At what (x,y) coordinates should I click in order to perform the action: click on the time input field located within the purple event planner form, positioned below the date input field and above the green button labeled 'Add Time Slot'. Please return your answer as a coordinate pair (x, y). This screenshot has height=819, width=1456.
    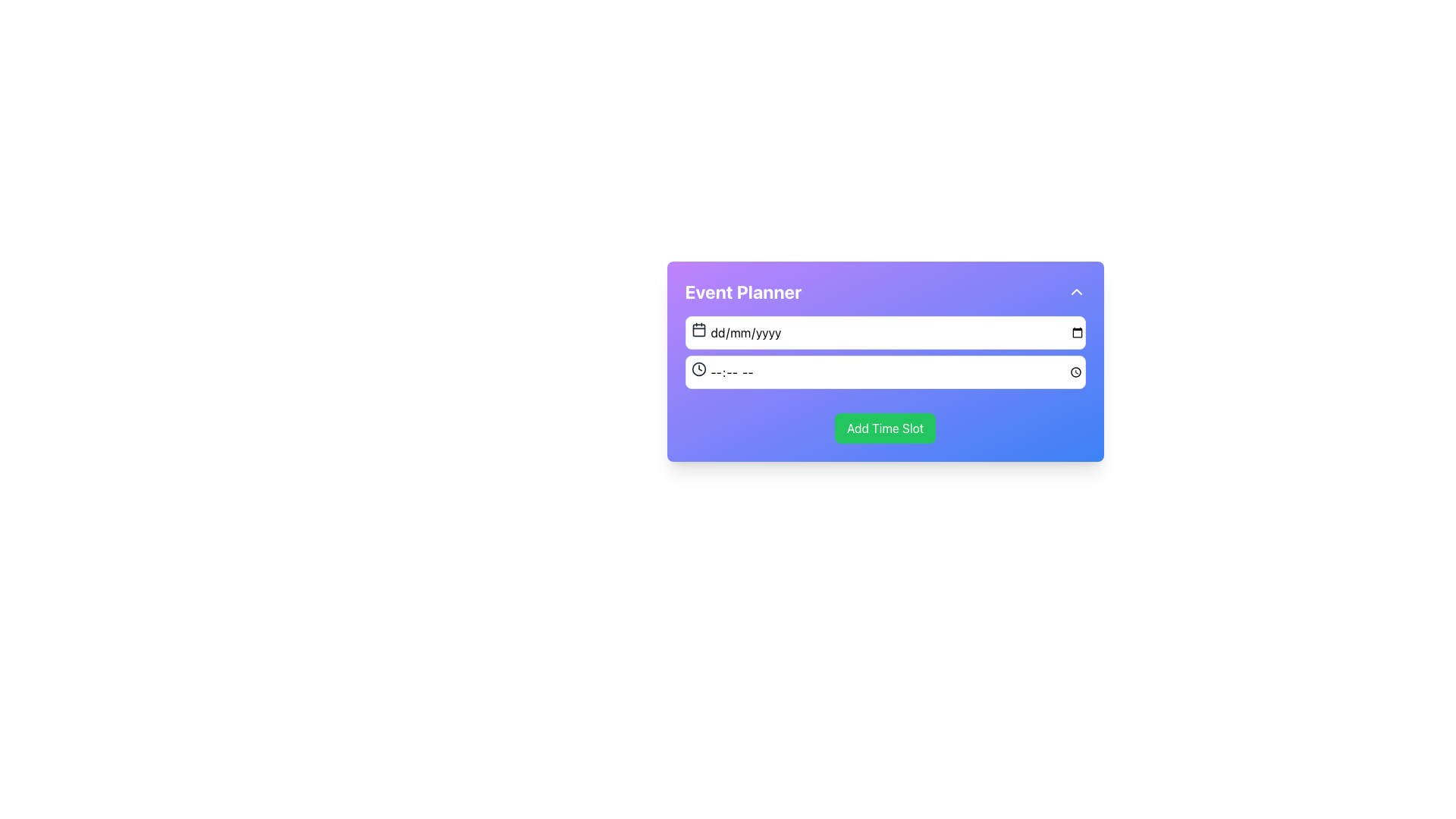
    Looking at the image, I should click on (885, 372).